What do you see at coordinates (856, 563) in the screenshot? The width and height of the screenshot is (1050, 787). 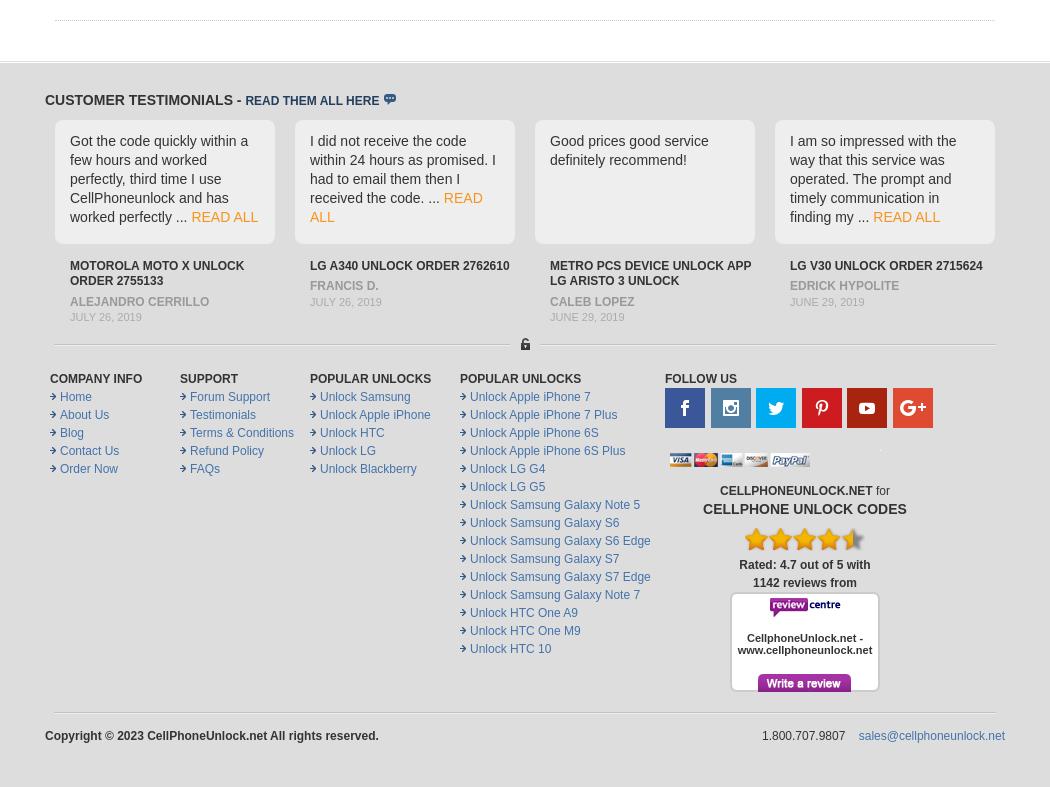 I see `'with'` at bounding box center [856, 563].